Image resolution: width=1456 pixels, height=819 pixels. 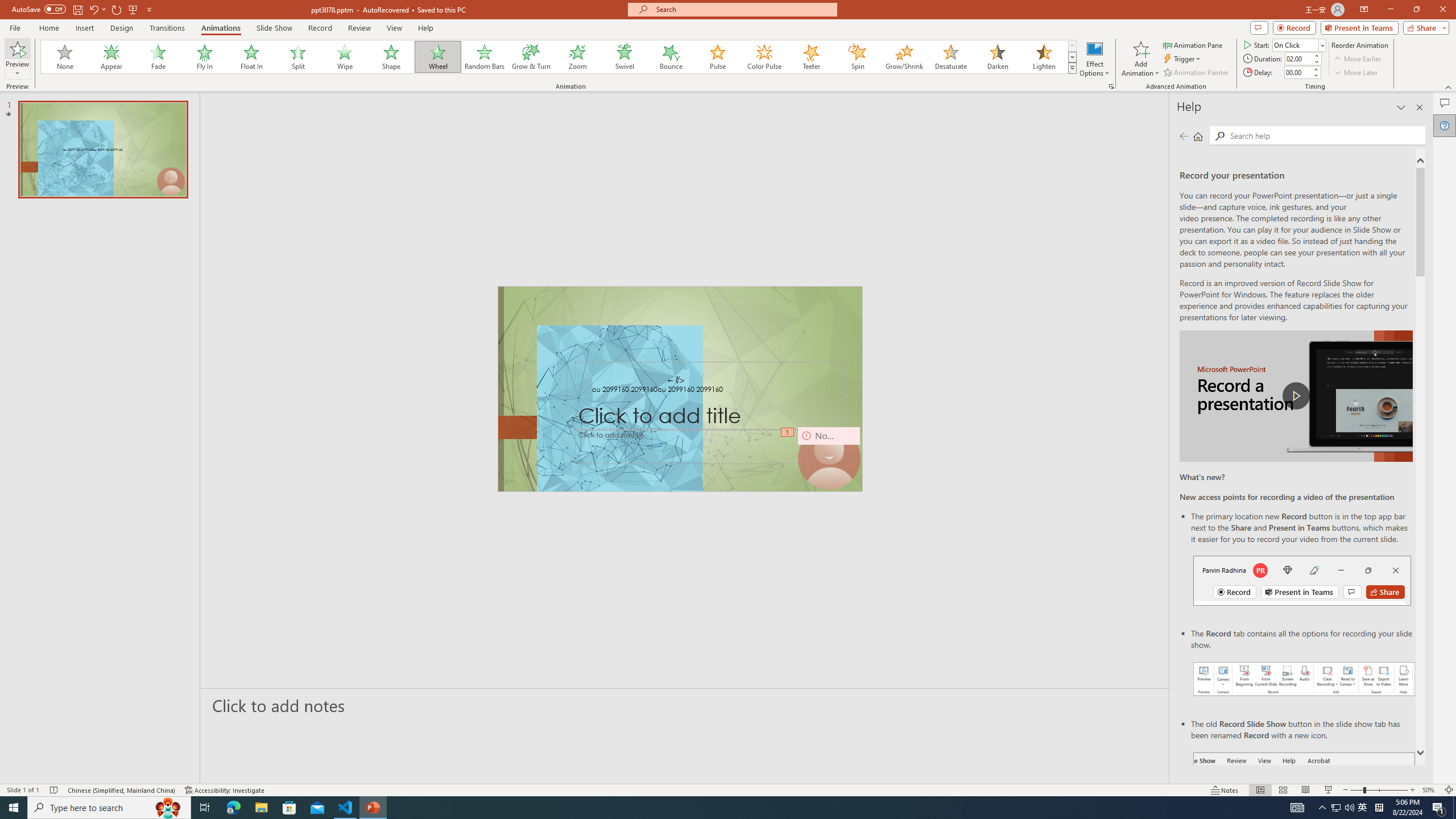 What do you see at coordinates (828, 457) in the screenshot?
I see `'Camera 9, No camera detected.'` at bounding box center [828, 457].